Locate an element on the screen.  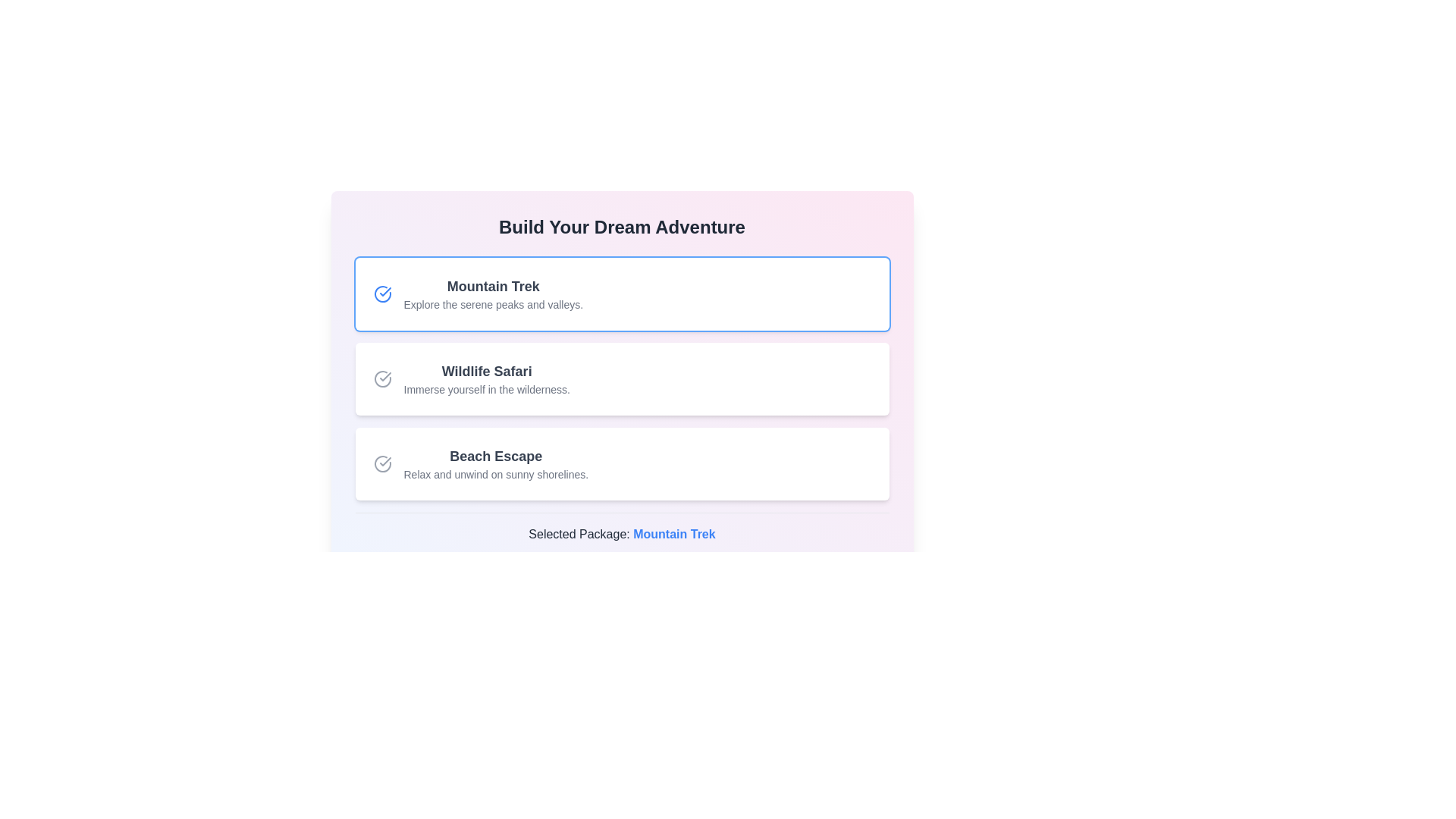
the selection indicator icon for the 'Beach Escape' option, located at the top left of the third option card in the list is located at coordinates (382, 463).